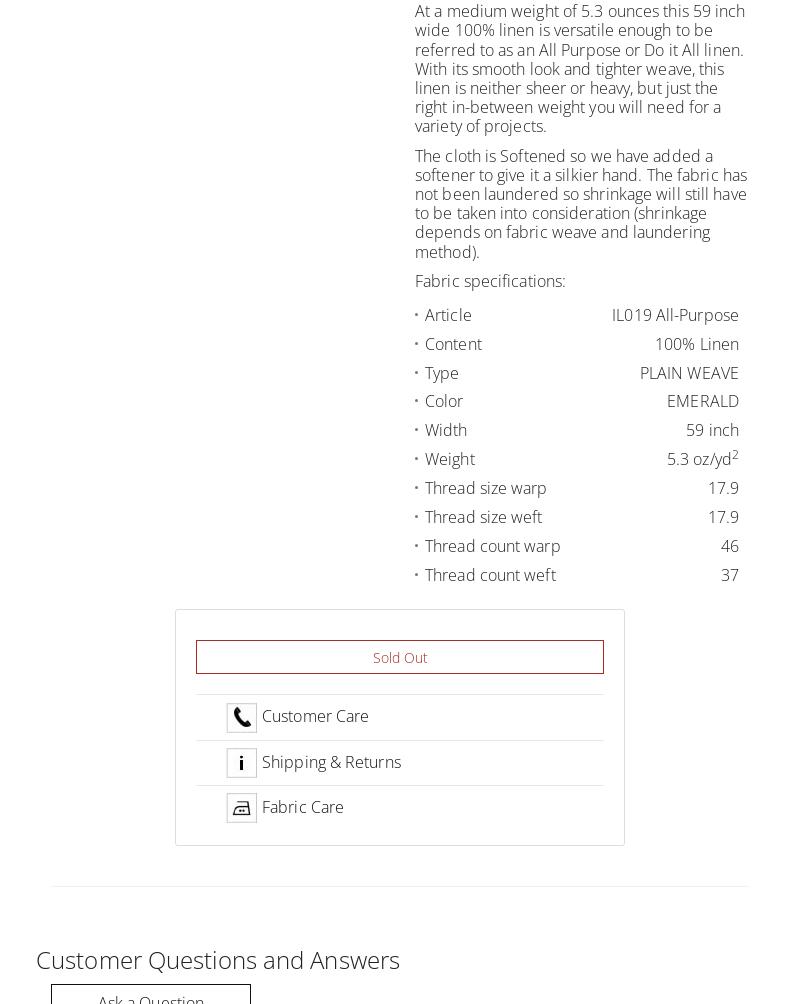  I want to click on 'Type', so click(441, 371).